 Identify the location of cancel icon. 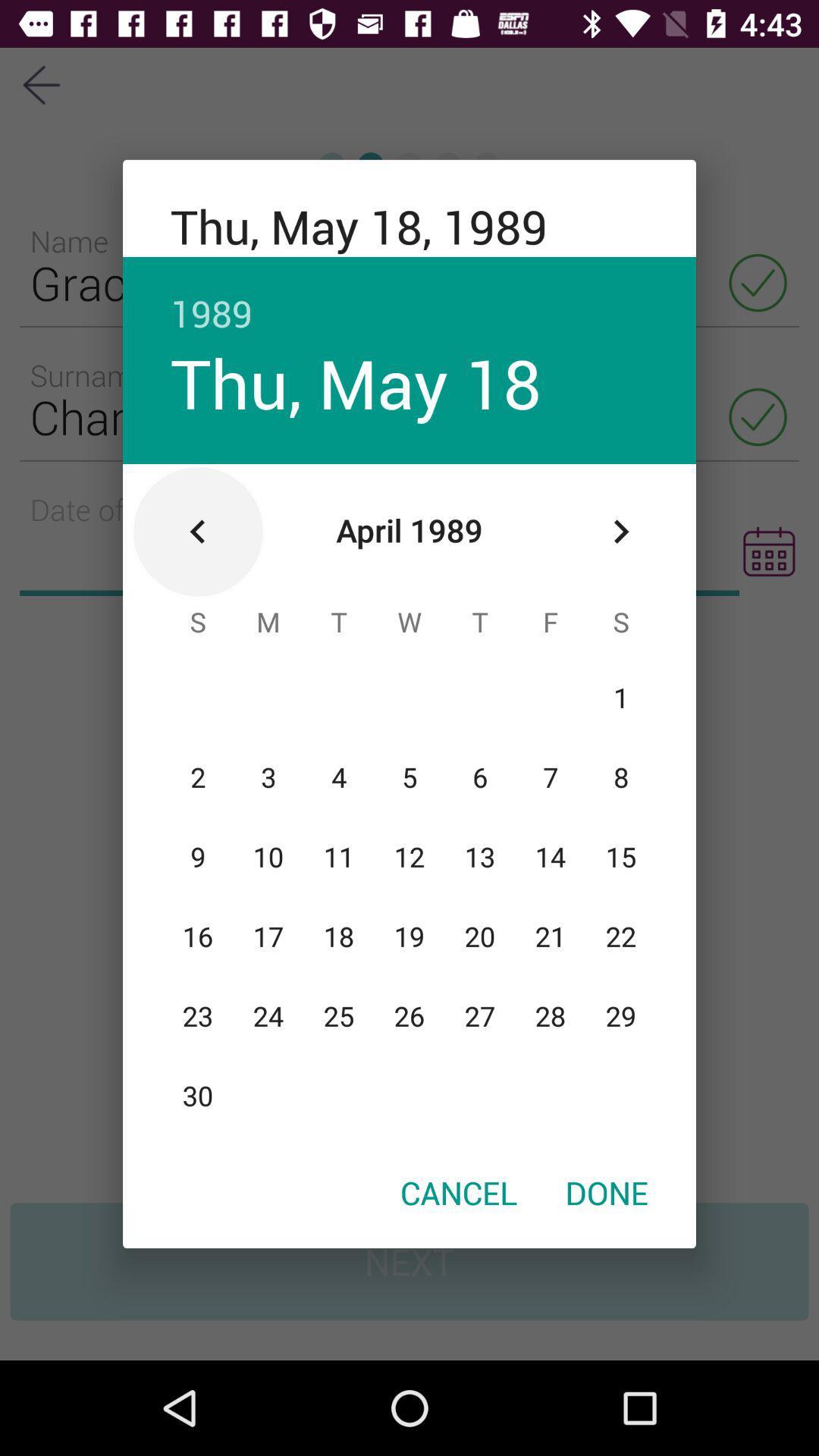
(458, 1191).